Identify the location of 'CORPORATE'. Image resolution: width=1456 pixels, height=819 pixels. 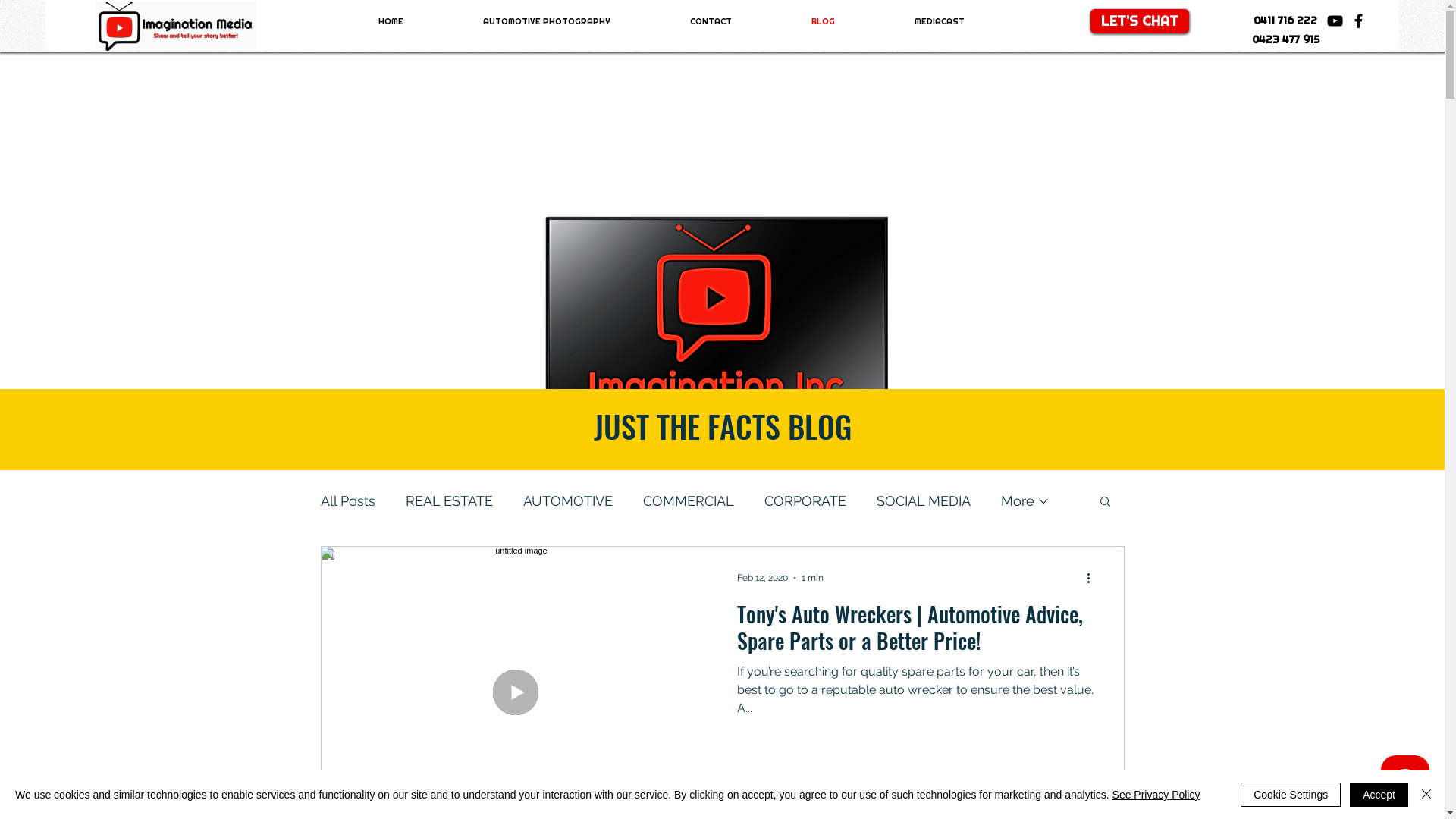
(804, 500).